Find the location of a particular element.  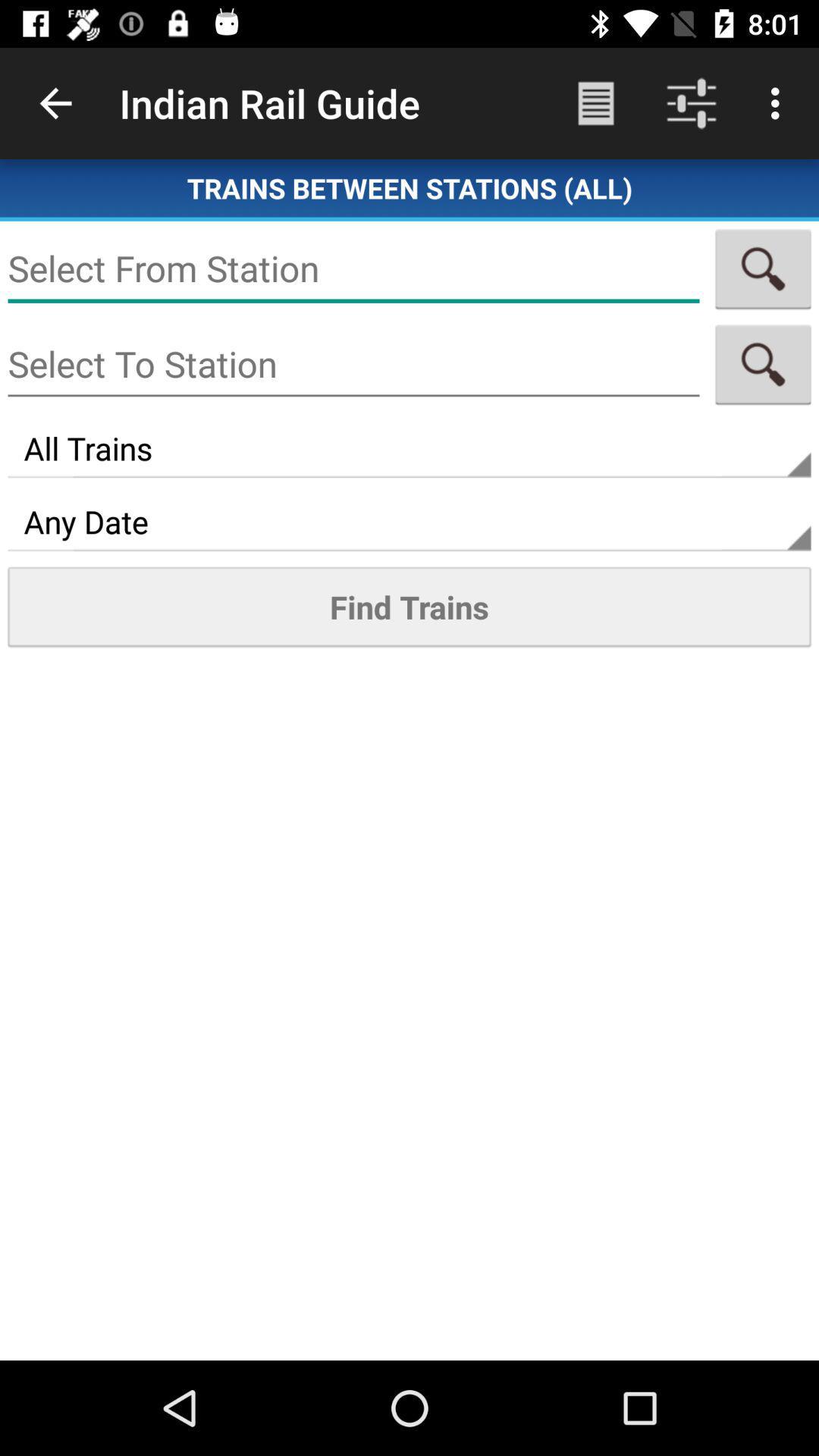

search stations is located at coordinates (763, 364).